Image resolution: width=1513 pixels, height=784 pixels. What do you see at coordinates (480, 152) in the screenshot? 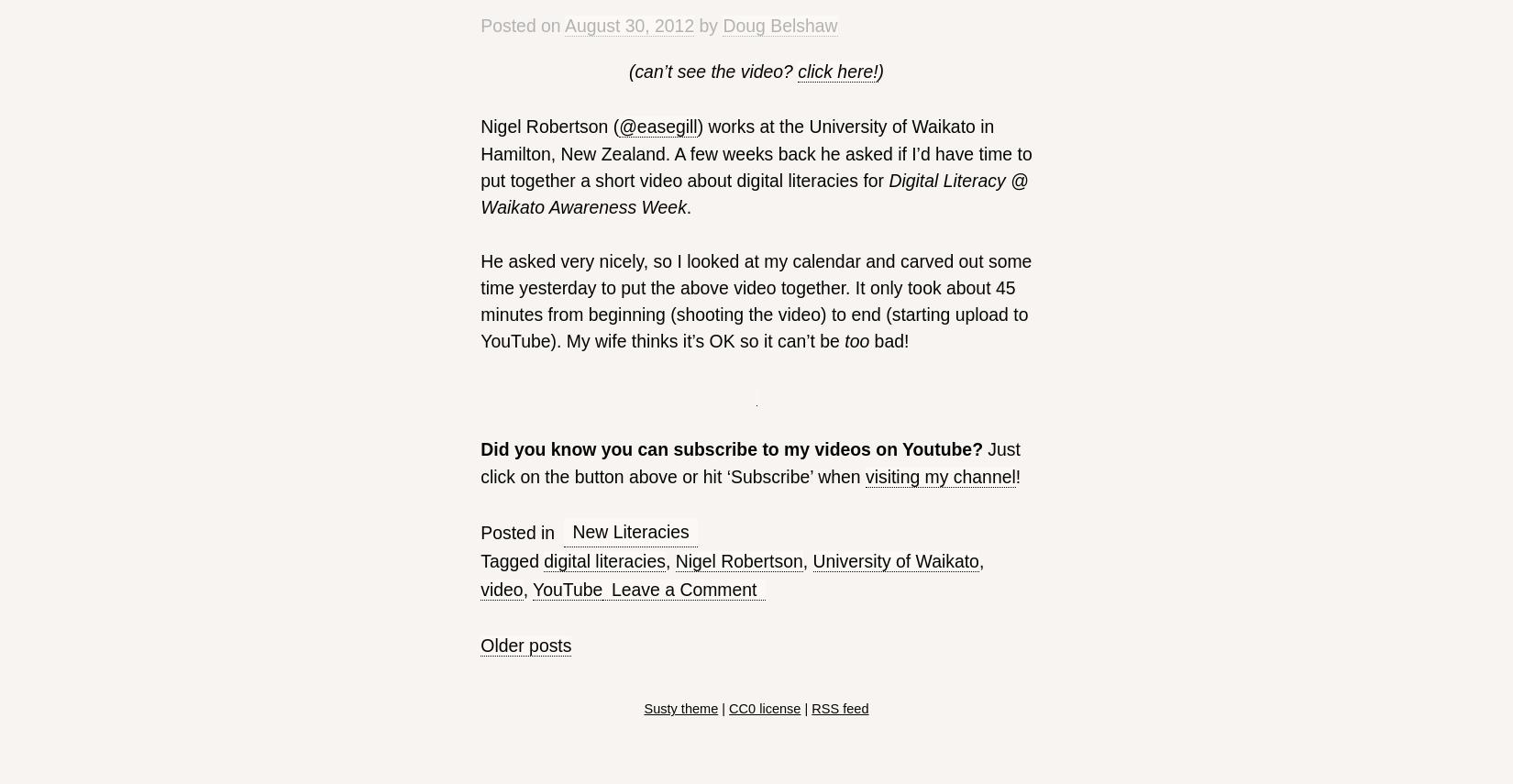
I see `') works at the University of Waikato in Hamilton, New Zealand. A few weeks back he asked if I’d have time to put together a short video about digital literacies for'` at bounding box center [480, 152].